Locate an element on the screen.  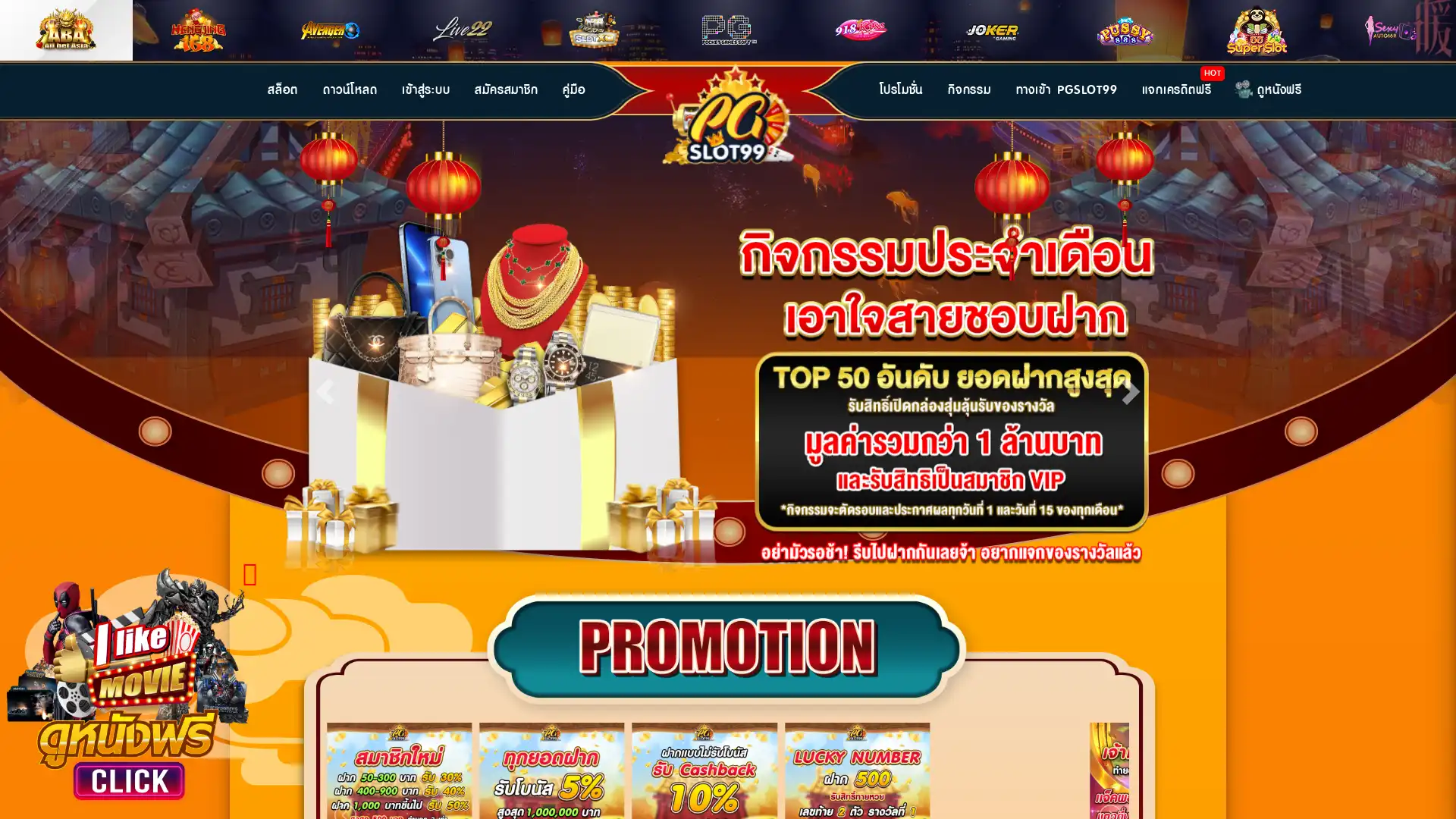
Previous is located at coordinates (324, 388).